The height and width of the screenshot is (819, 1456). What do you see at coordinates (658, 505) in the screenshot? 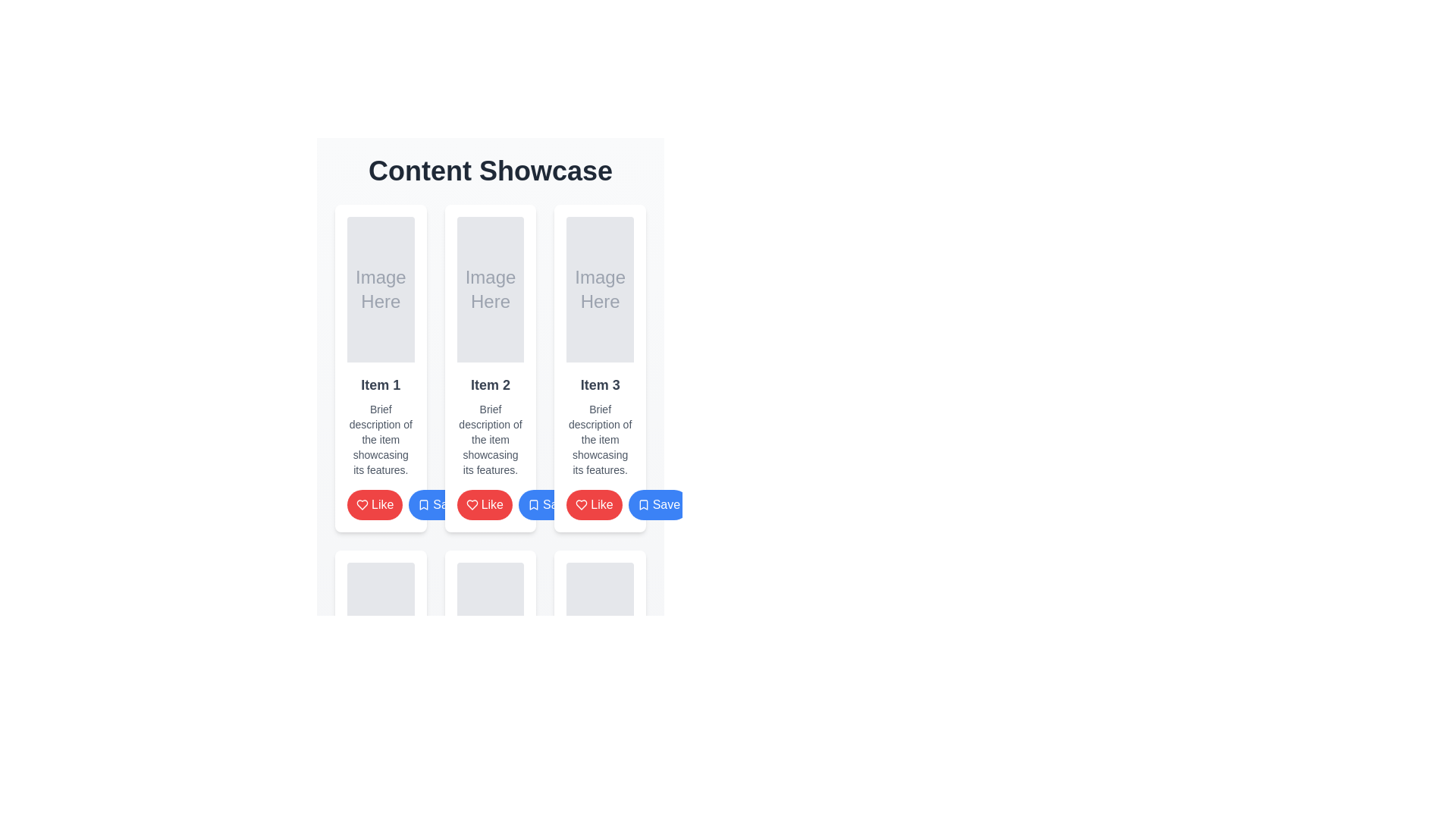
I see `the 'Save' button located within the third card under the 'Content Showcase' section` at bounding box center [658, 505].